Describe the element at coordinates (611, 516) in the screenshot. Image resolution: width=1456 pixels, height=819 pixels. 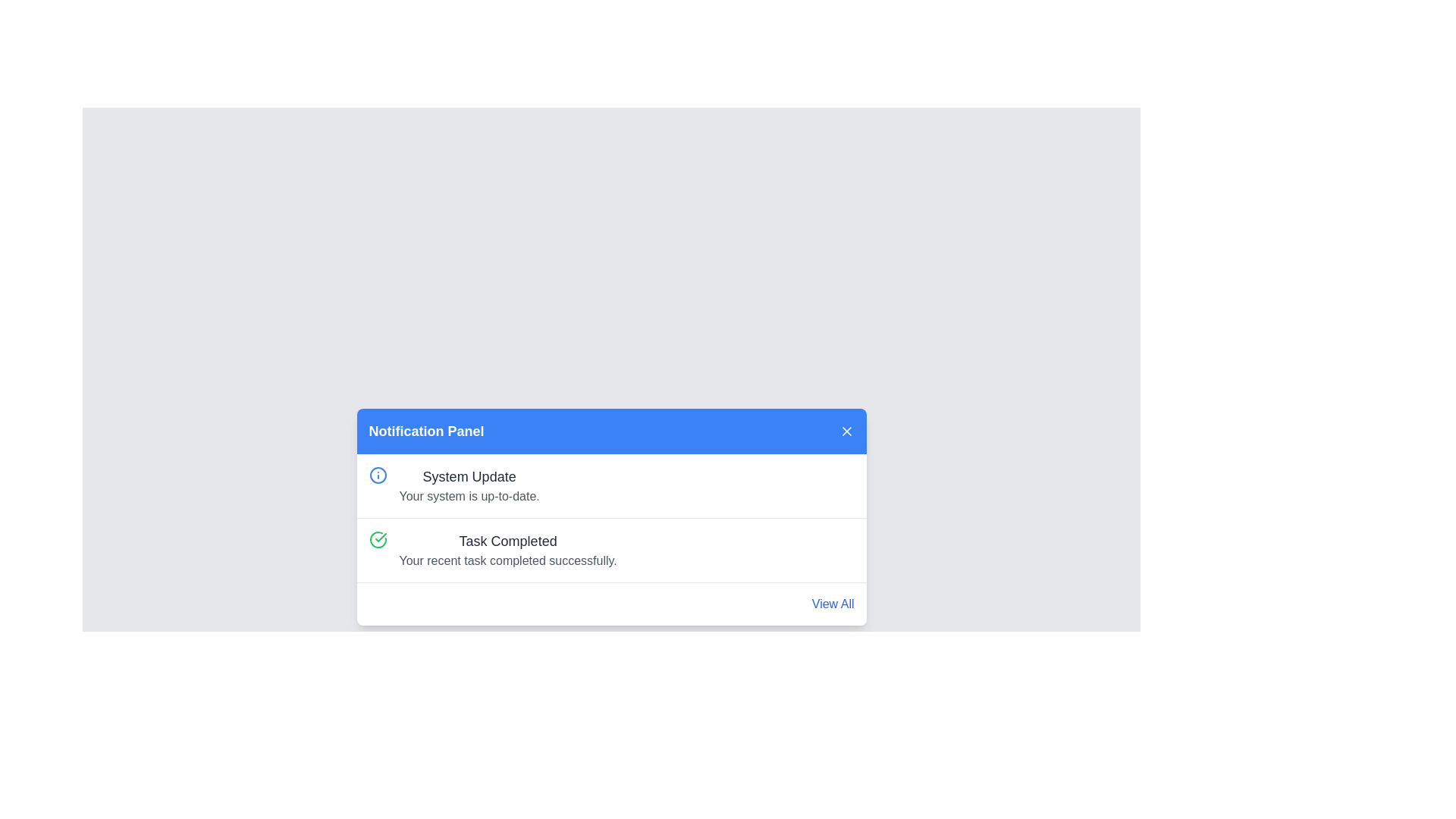
I see `the notification panel that summarizes recent notifications, specifically targeting the 'System Update' or 'Task Completed' sections for further details` at that location.